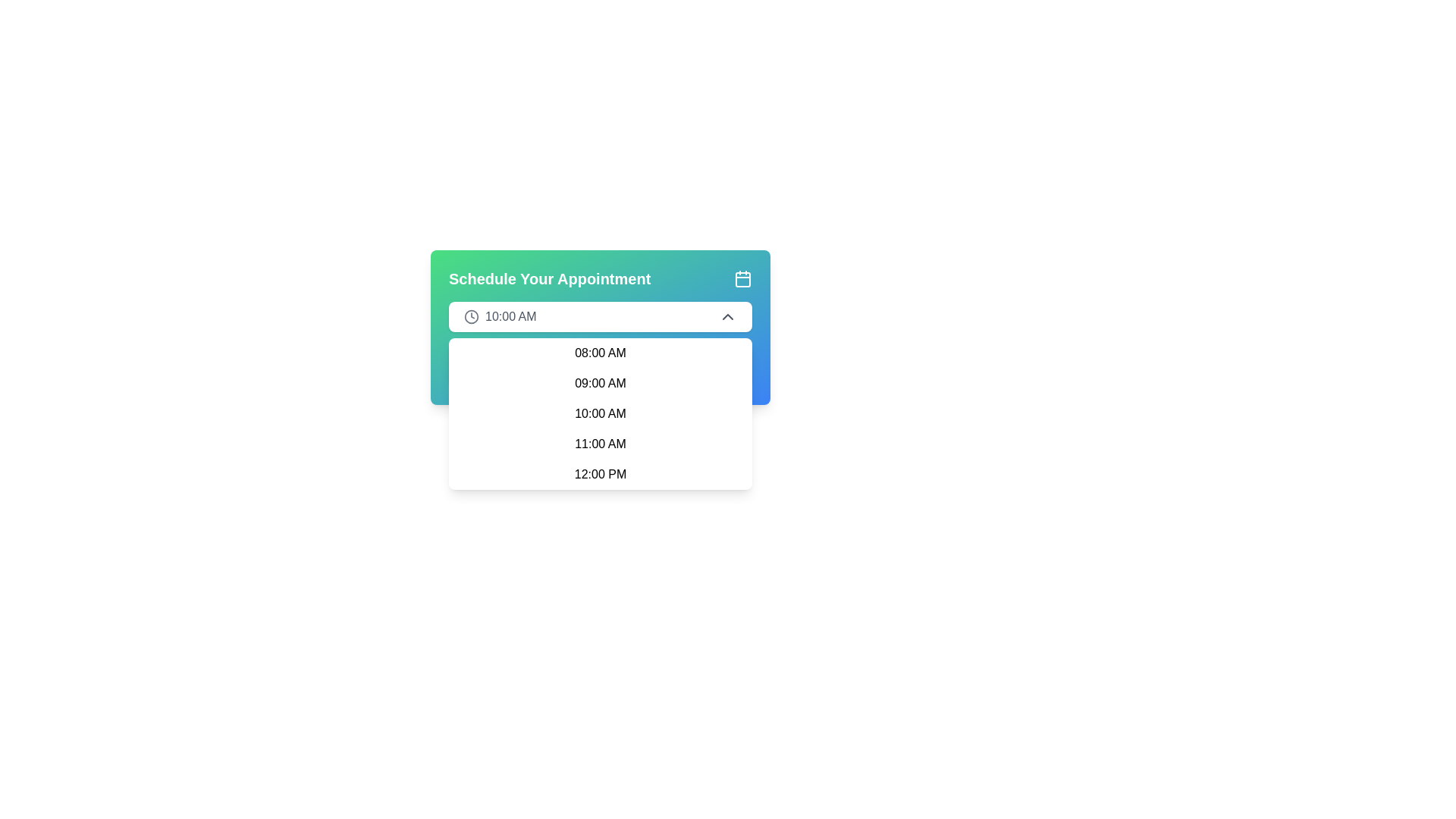 The height and width of the screenshot is (819, 1456). Describe the element at coordinates (600, 444) in the screenshot. I see `the selectable time option '11:00 AM' in the dropdown menu` at that location.